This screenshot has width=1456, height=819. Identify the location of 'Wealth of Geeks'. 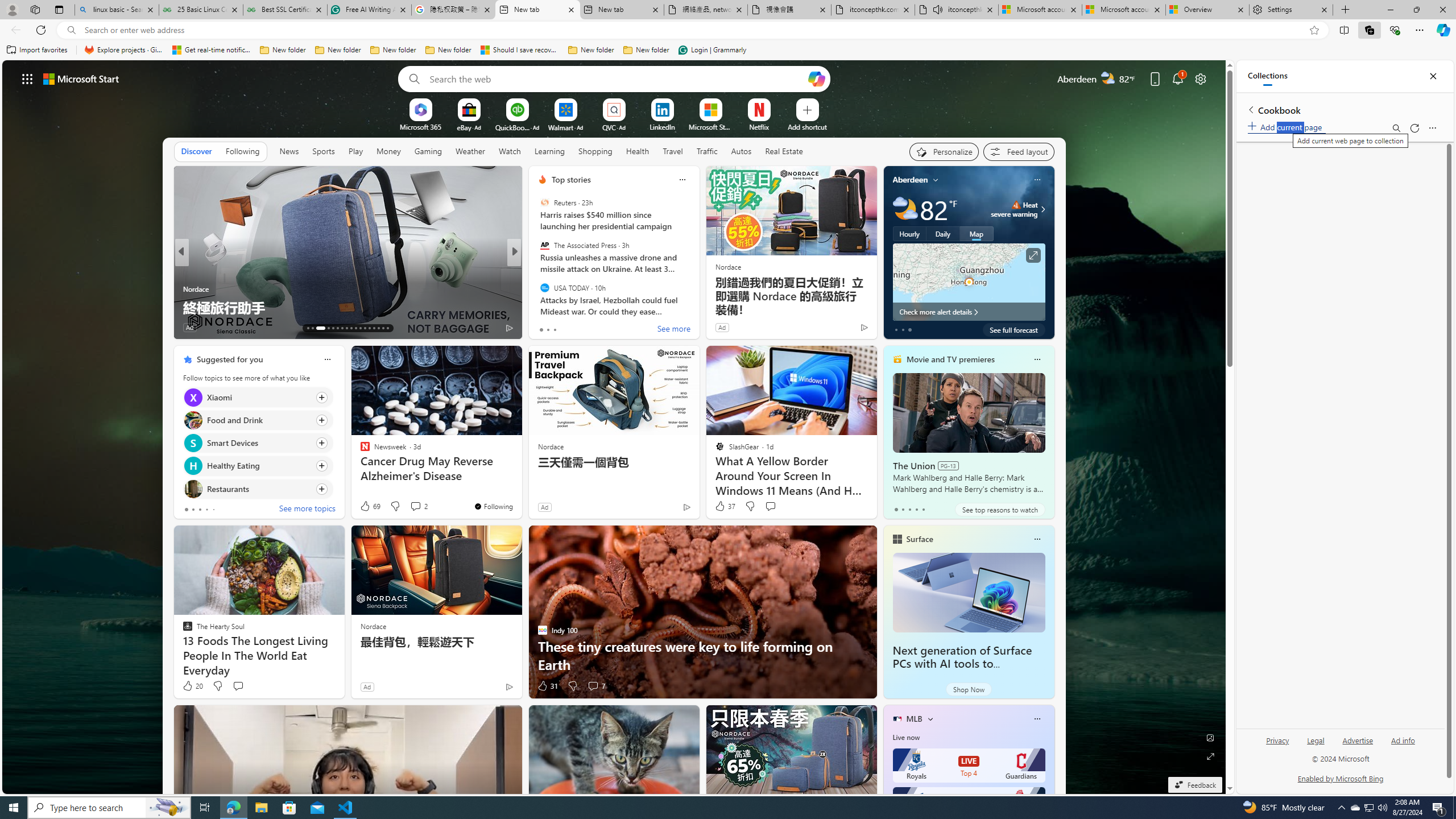
(537, 288).